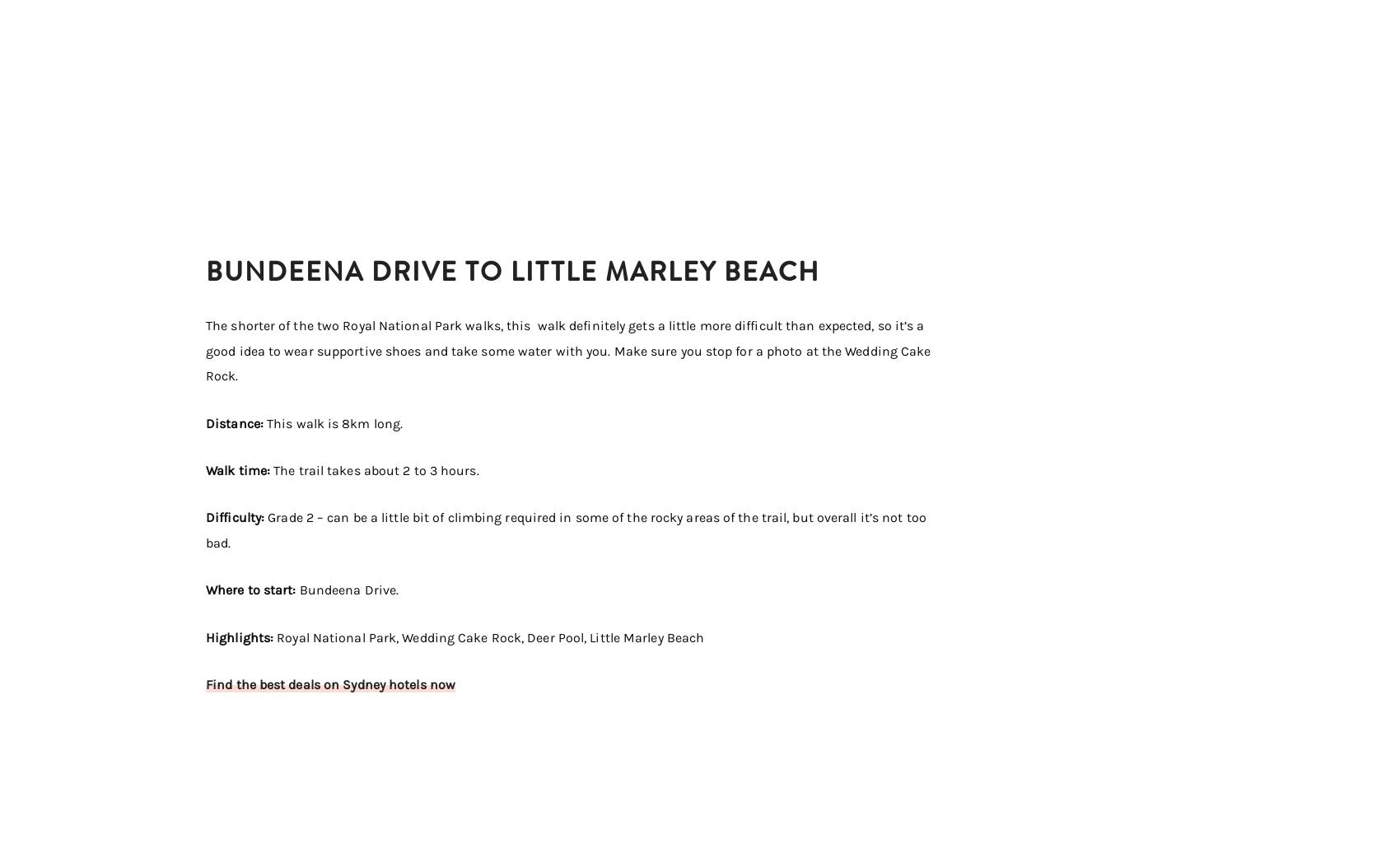  What do you see at coordinates (297, 590) in the screenshot?
I see `'Bundeena Drive.'` at bounding box center [297, 590].